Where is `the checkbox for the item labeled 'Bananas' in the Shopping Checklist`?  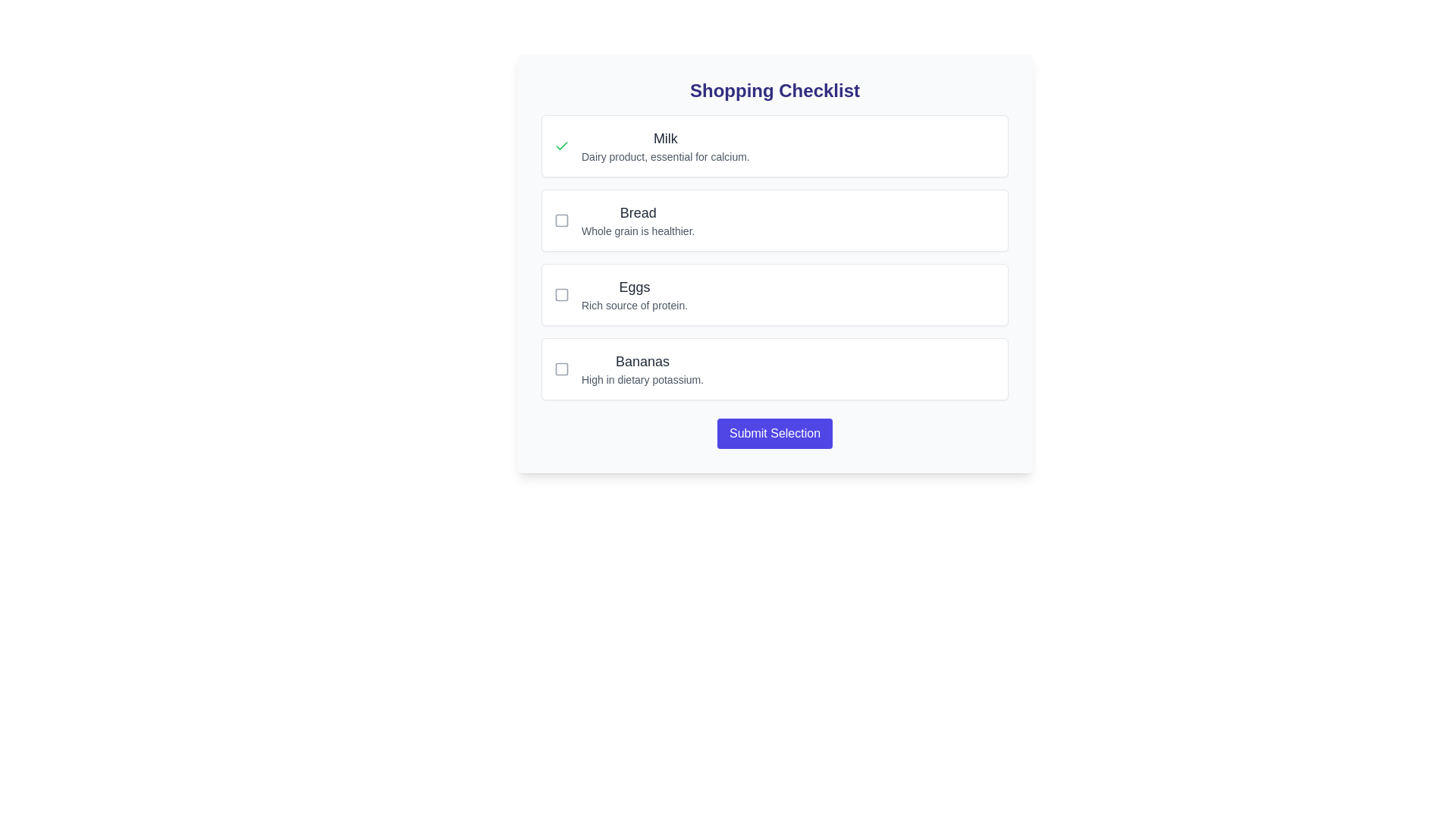 the checkbox for the item labeled 'Bananas' in the Shopping Checklist is located at coordinates (775, 369).